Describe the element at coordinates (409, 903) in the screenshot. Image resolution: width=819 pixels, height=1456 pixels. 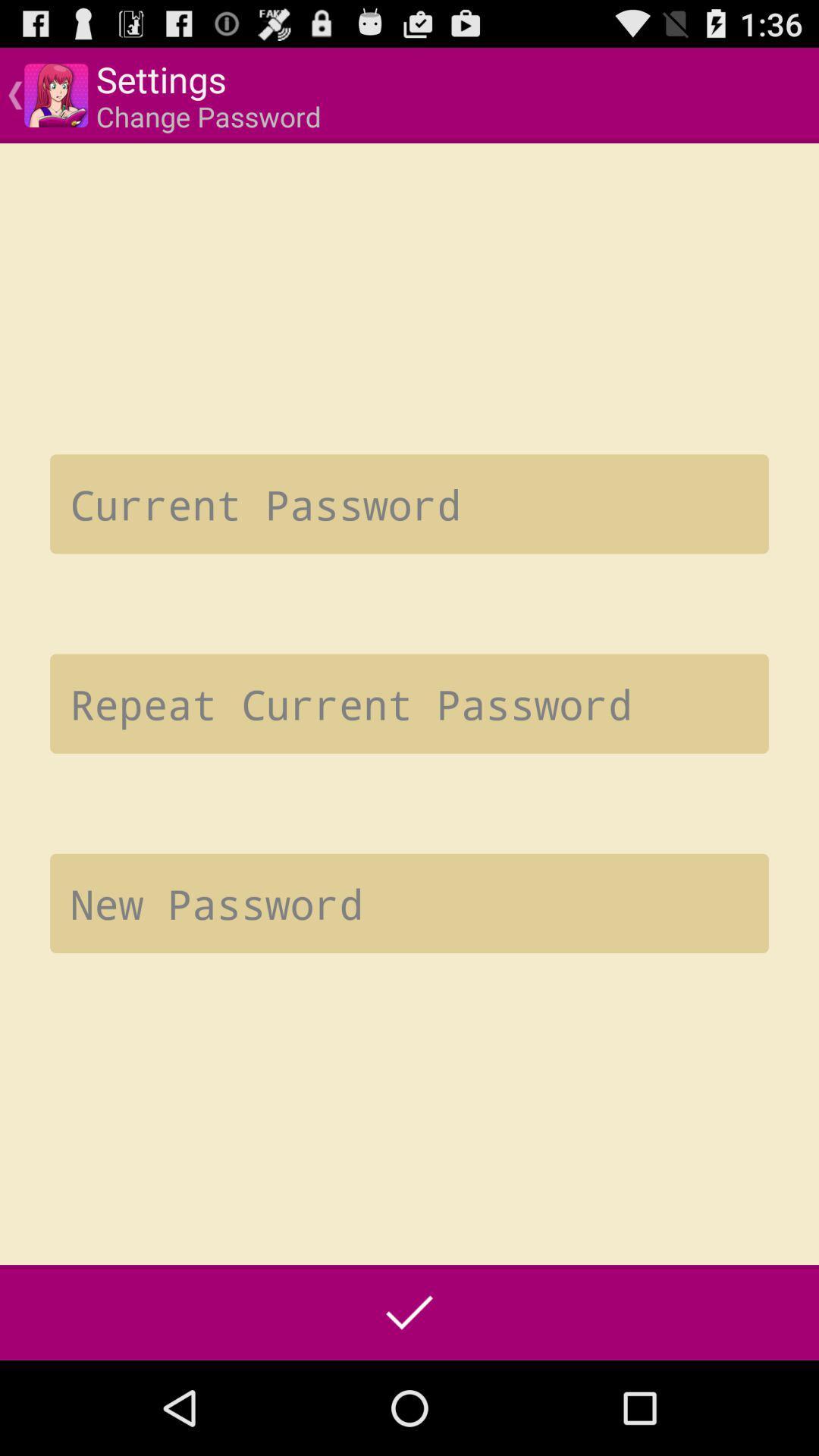
I see `password` at that location.